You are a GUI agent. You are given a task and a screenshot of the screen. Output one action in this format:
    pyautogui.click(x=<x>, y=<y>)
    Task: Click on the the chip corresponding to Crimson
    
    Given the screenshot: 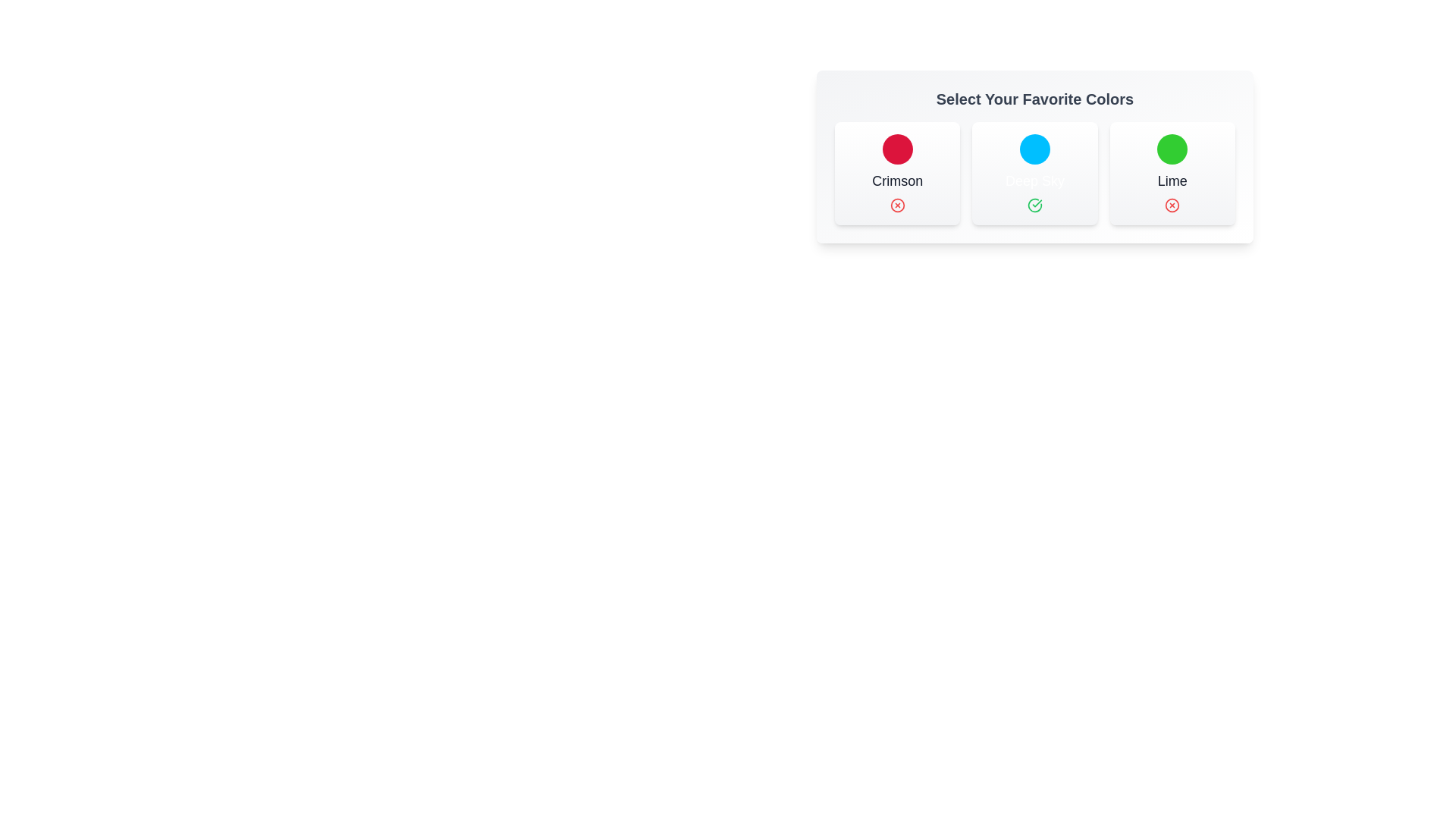 What is the action you would take?
    pyautogui.click(x=896, y=172)
    